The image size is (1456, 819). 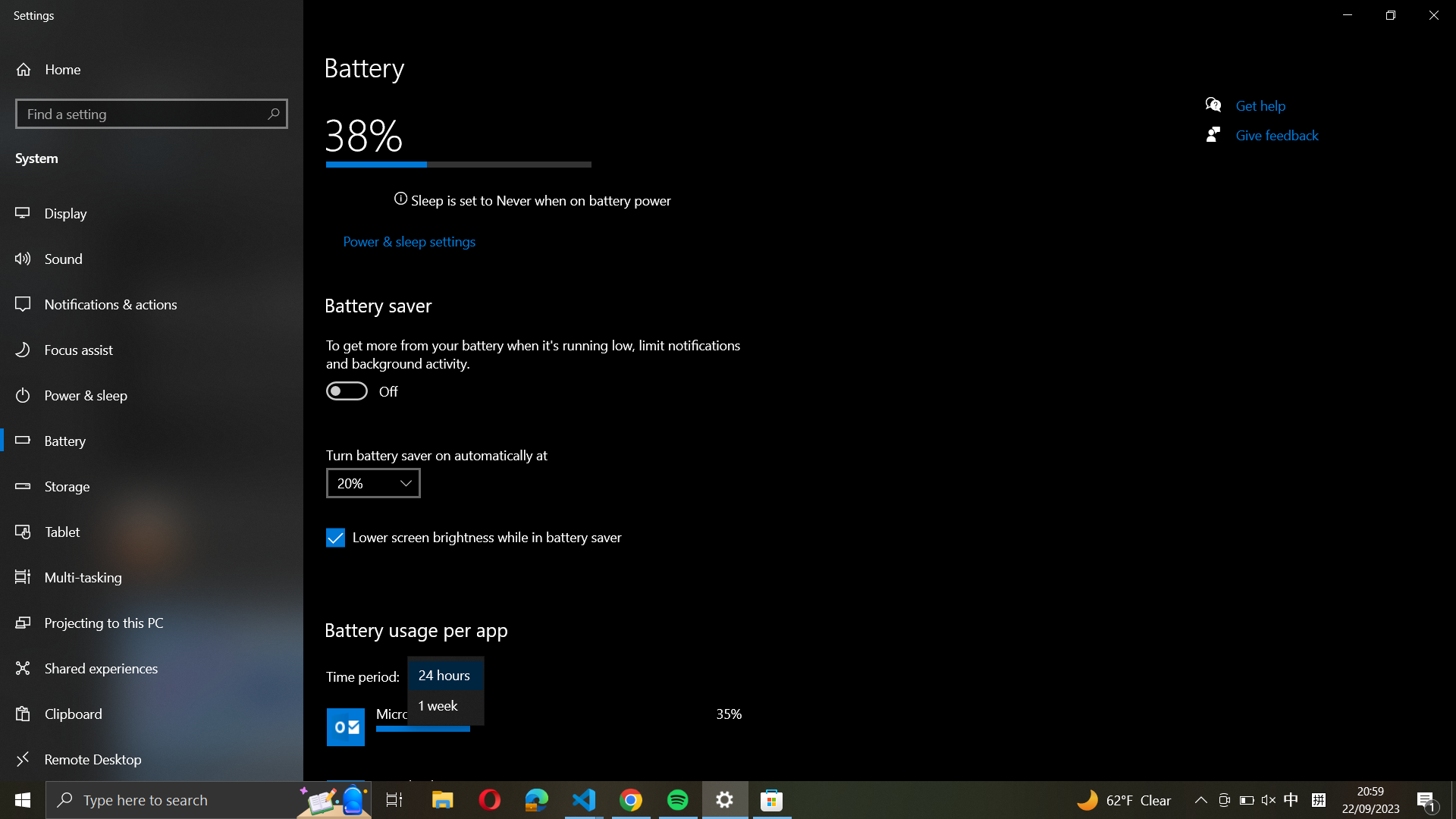 What do you see at coordinates (295568, 821047) in the screenshot?
I see `Move to the remote desktop area on the left panel and scroll down to reveal more configurations` at bounding box center [295568, 821047].